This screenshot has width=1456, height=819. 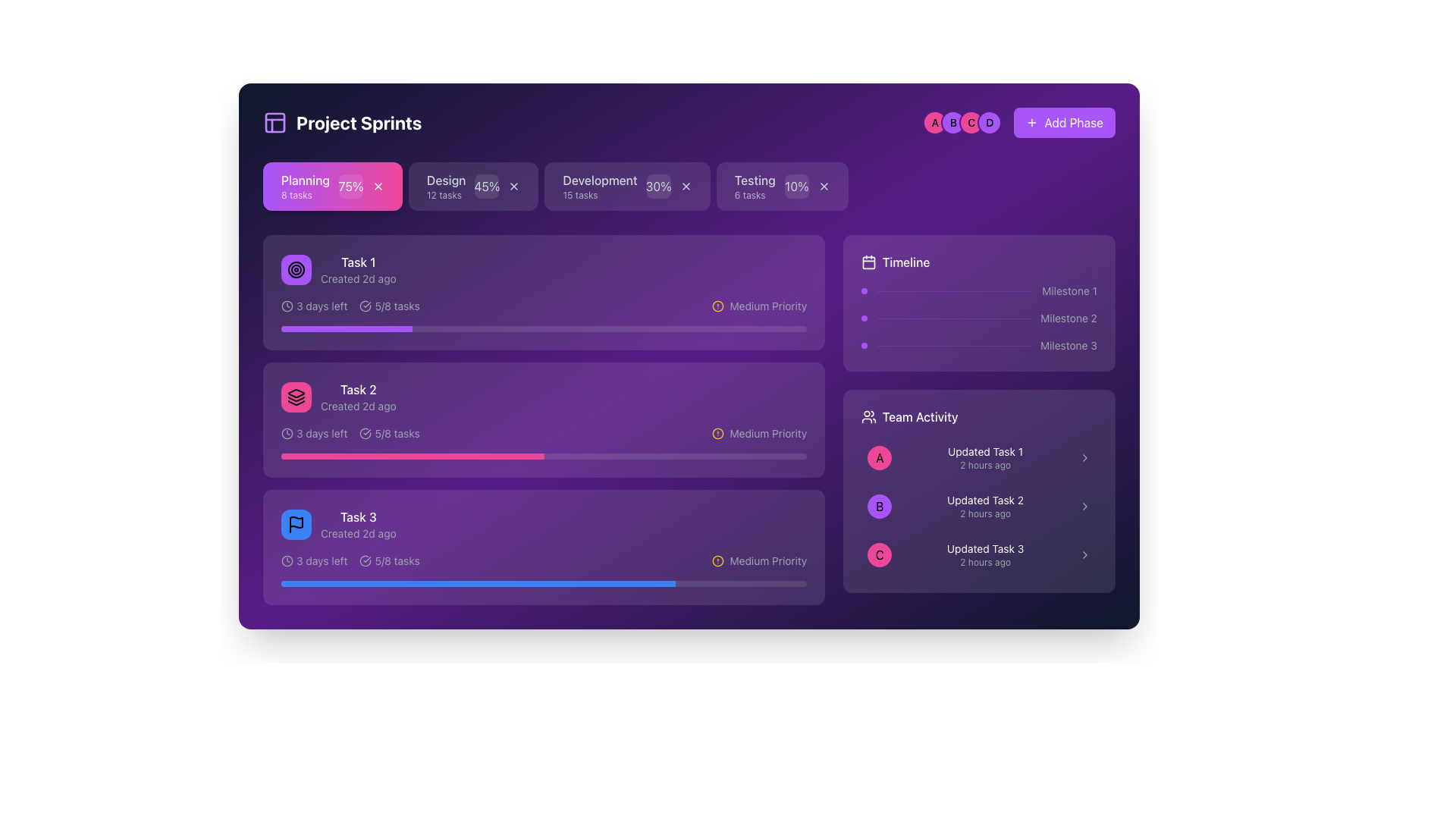 What do you see at coordinates (445, 186) in the screenshot?
I see `information displayed on the 'Design' text label, which serves as a section header indicating the category in the project management dashboard` at bounding box center [445, 186].